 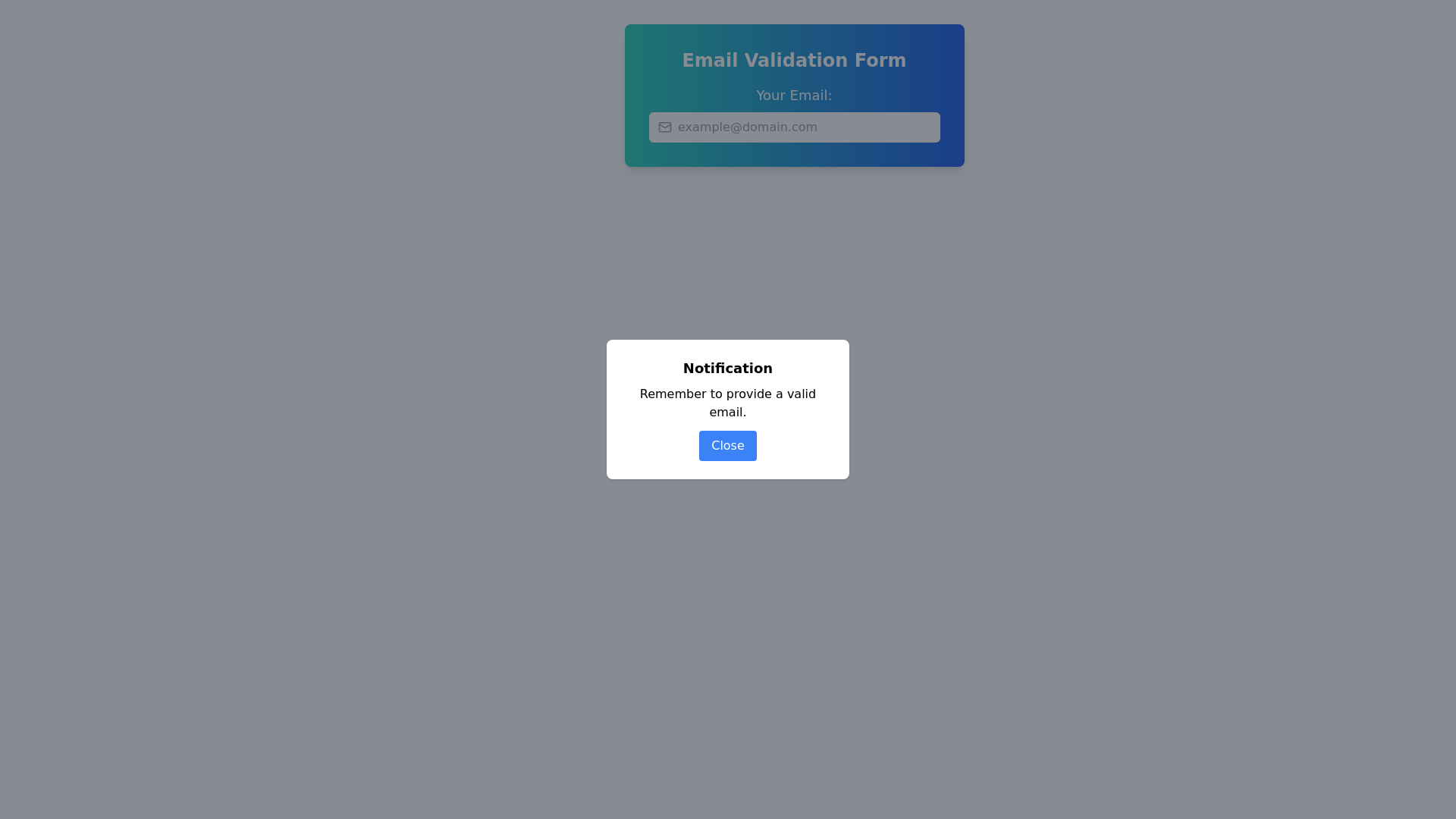 What do you see at coordinates (728, 409) in the screenshot?
I see `notification text from the Modal dialog that conveys an important message about providing a valid email` at bounding box center [728, 409].